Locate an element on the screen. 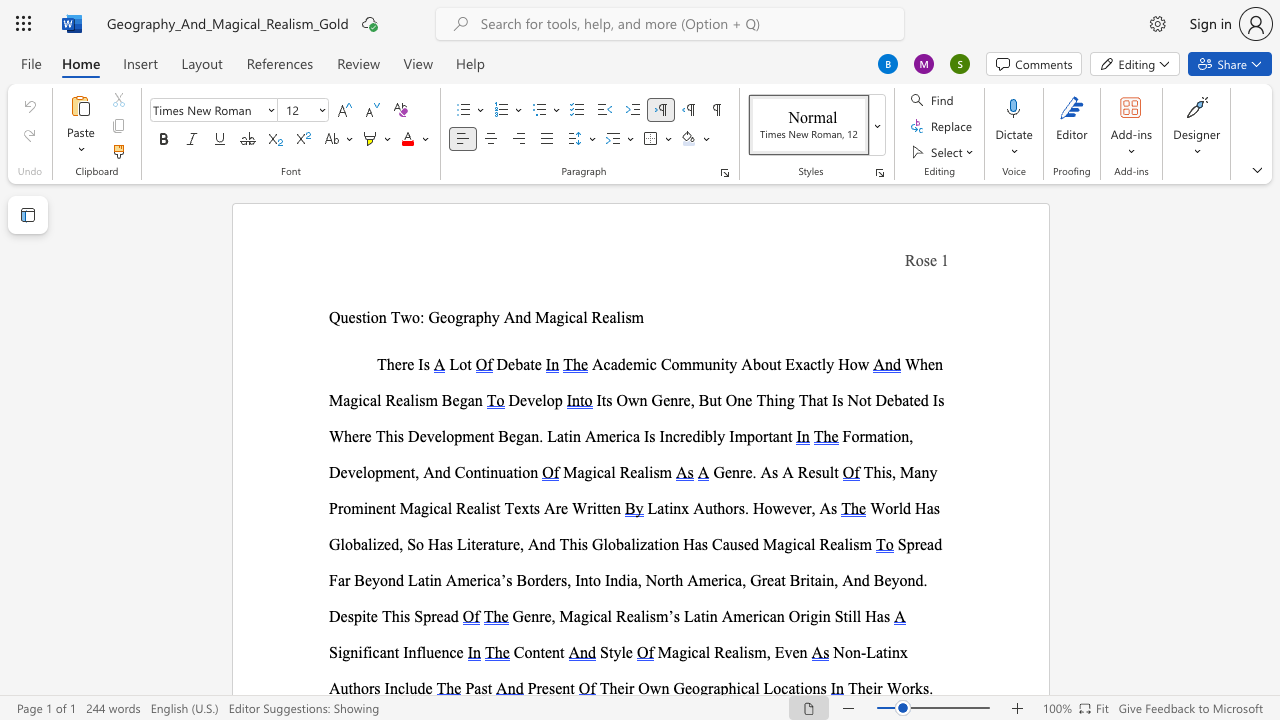  the 3th character "e" in the text is located at coordinates (399, 472).